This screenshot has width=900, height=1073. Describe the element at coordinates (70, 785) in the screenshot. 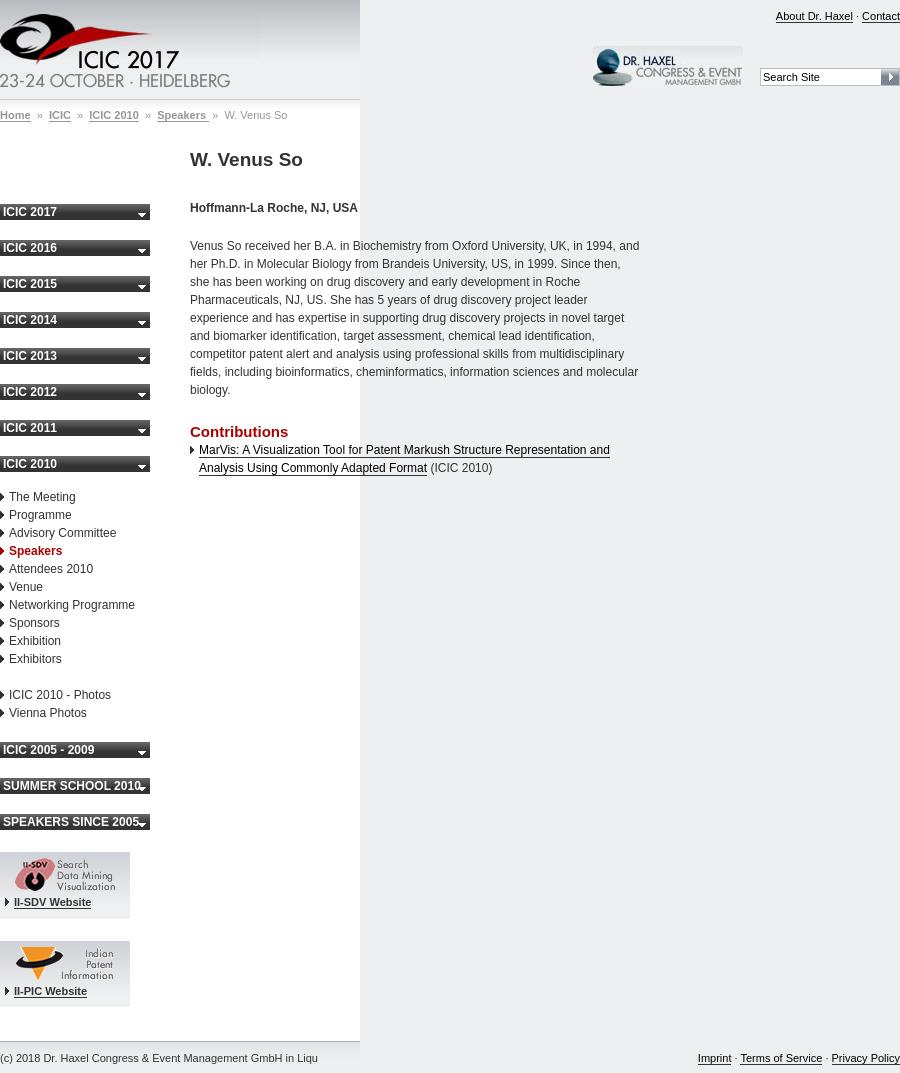

I see `'SUMMER SCHOOL 2010'` at that location.